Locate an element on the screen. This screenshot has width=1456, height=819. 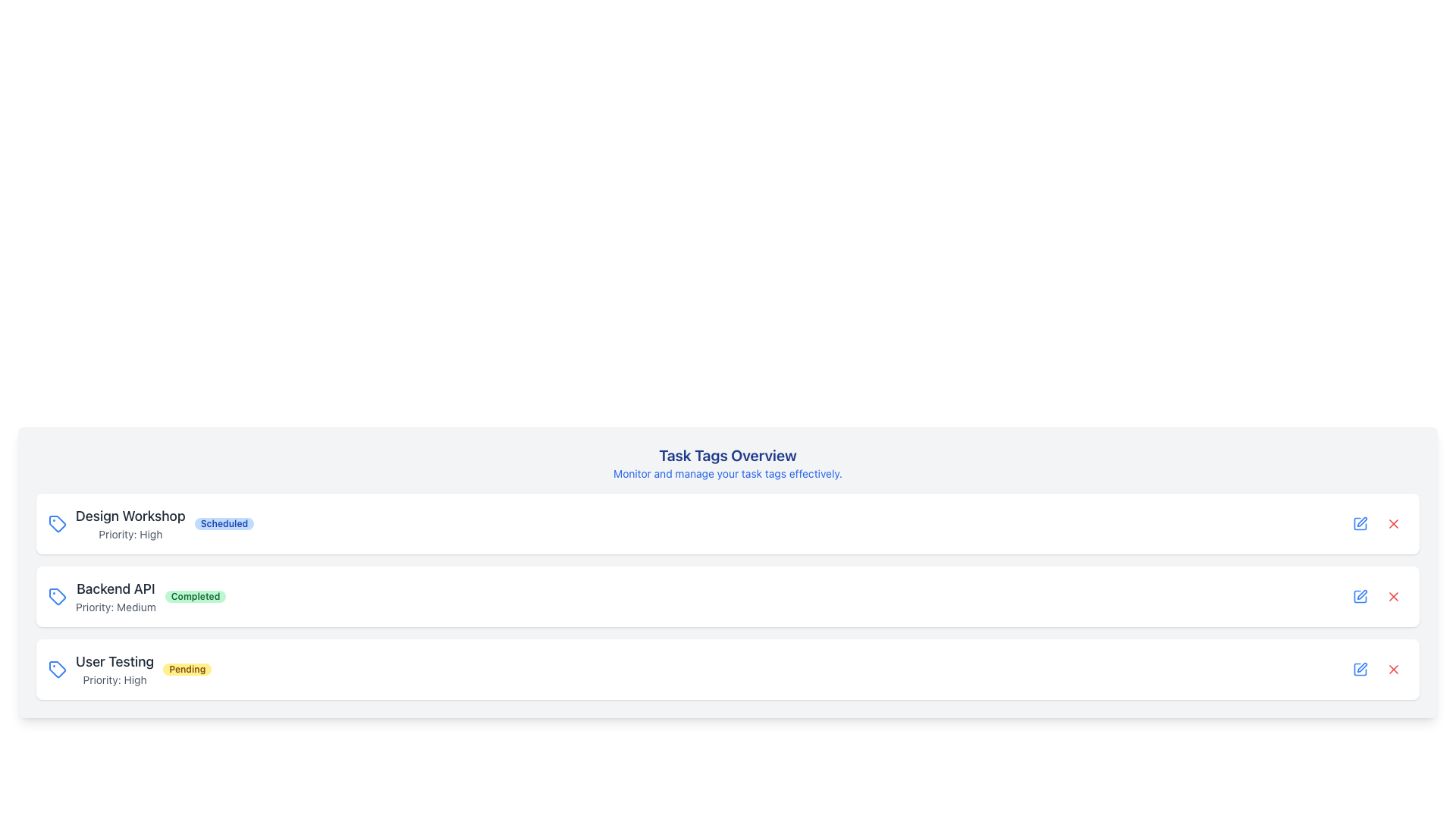
the priority status label indicating 'High', located beneath 'Design Workshop' and aligned to the left side of the first task information row is located at coordinates (130, 534).